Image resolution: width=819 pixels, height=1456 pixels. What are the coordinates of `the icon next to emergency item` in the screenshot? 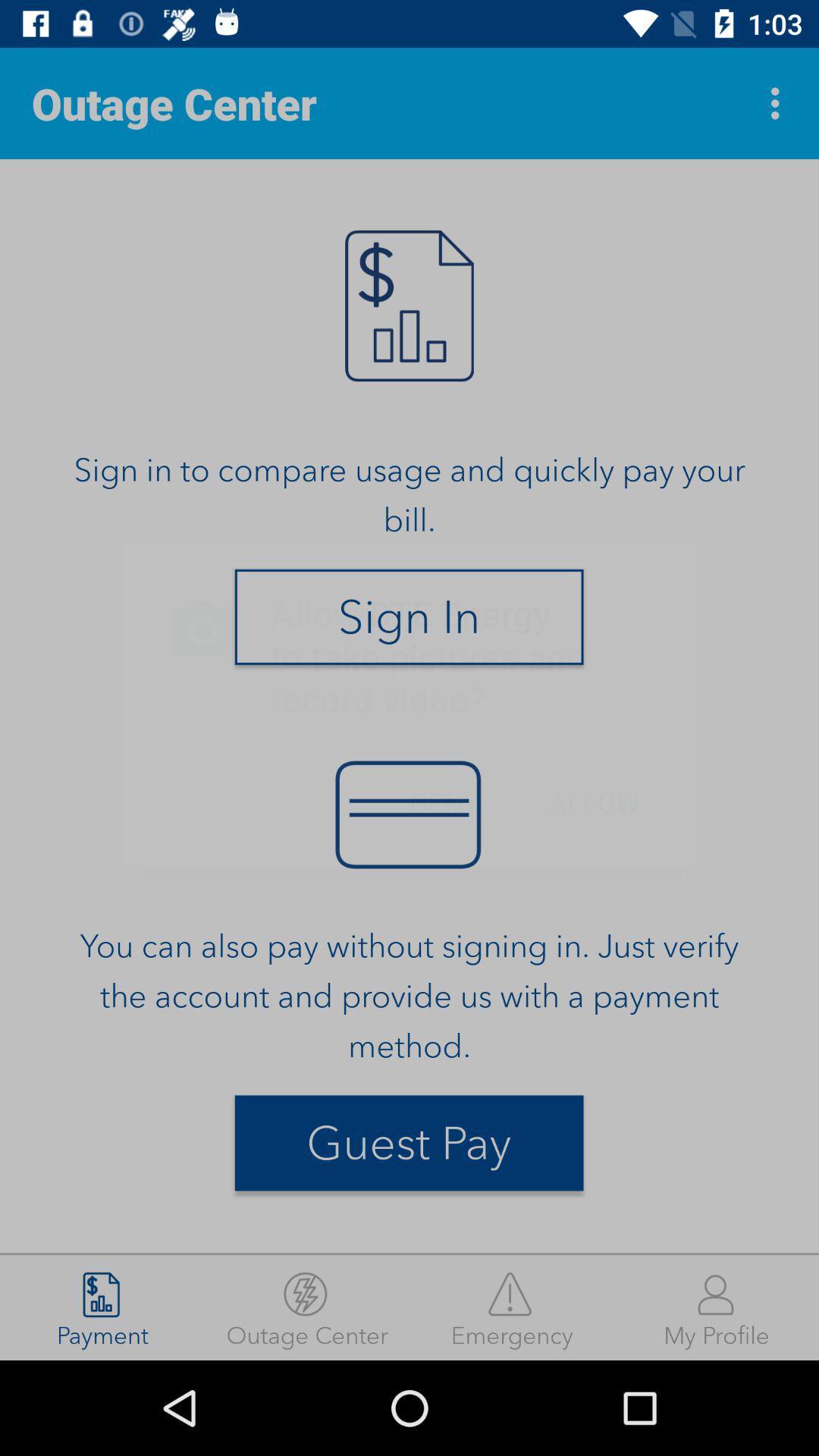 It's located at (717, 1307).